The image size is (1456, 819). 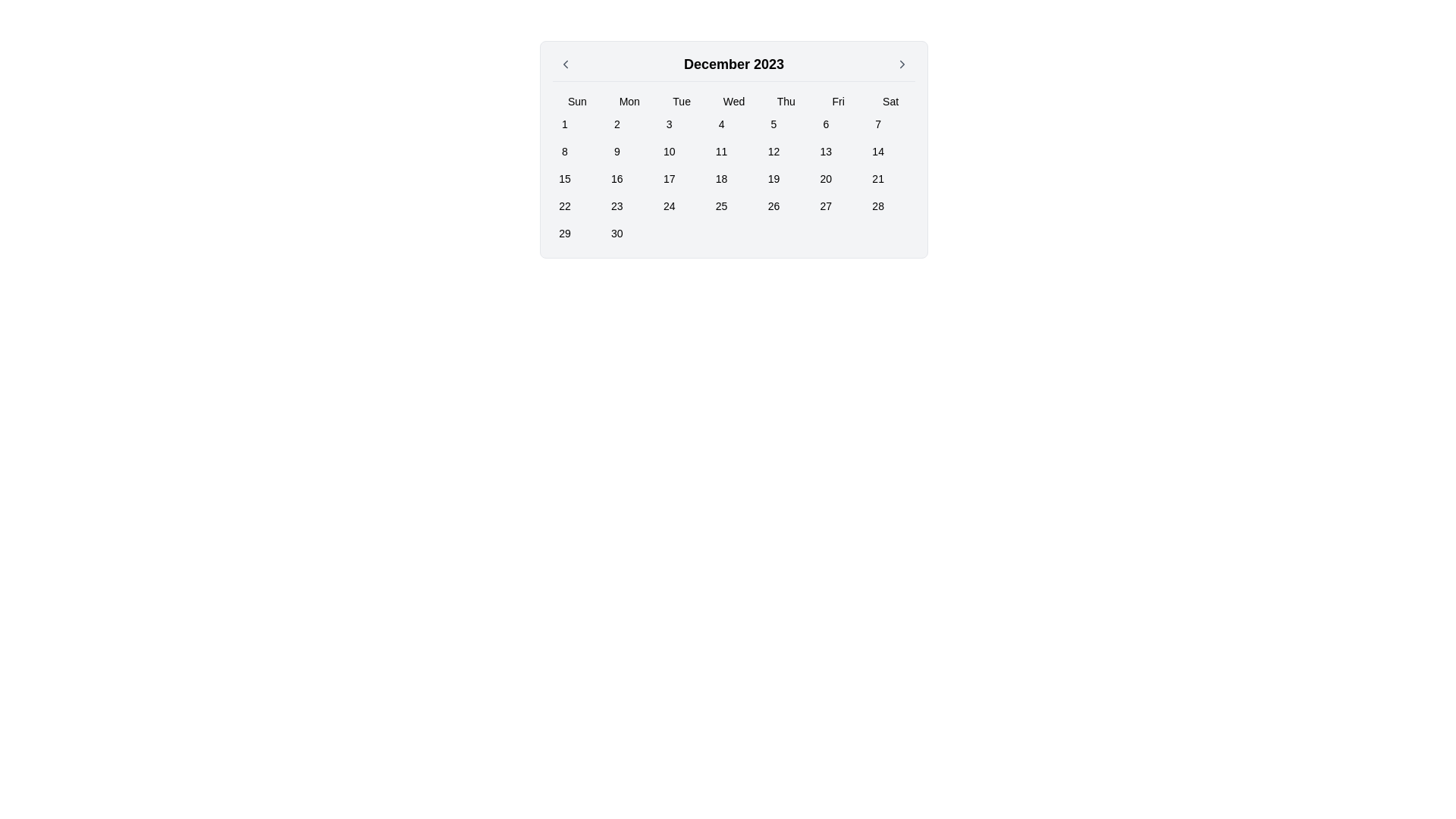 What do you see at coordinates (563, 234) in the screenshot?
I see `the selectable date button located in the sixth row and first column of the calendar grid` at bounding box center [563, 234].